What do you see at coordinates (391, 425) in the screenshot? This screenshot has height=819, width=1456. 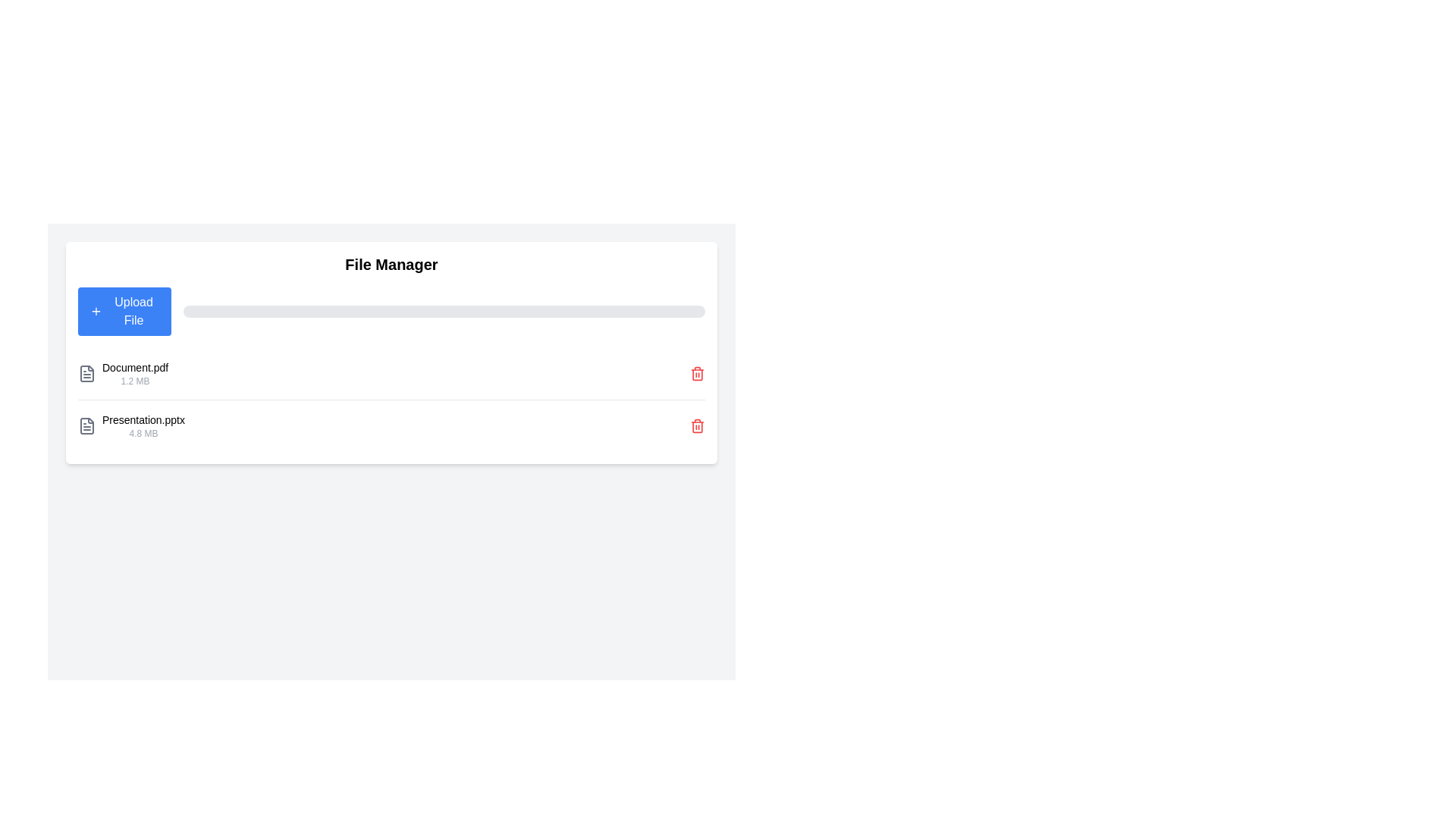 I see `the second entry` at bounding box center [391, 425].